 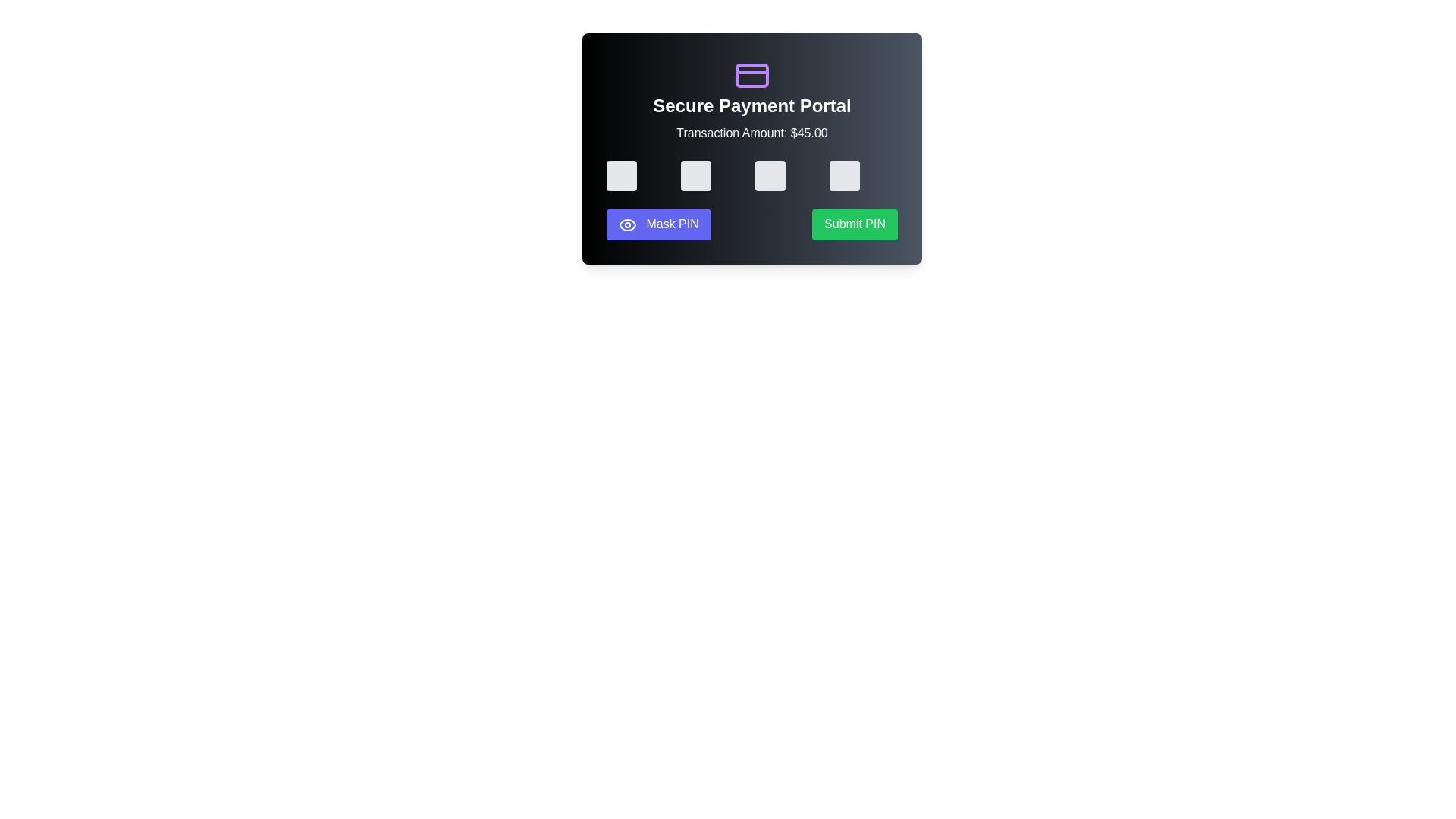 What do you see at coordinates (628, 224) in the screenshot?
I see `the eye-like icon located to the left of the 'Mask PIN' button` at bounding box center [628, 224].